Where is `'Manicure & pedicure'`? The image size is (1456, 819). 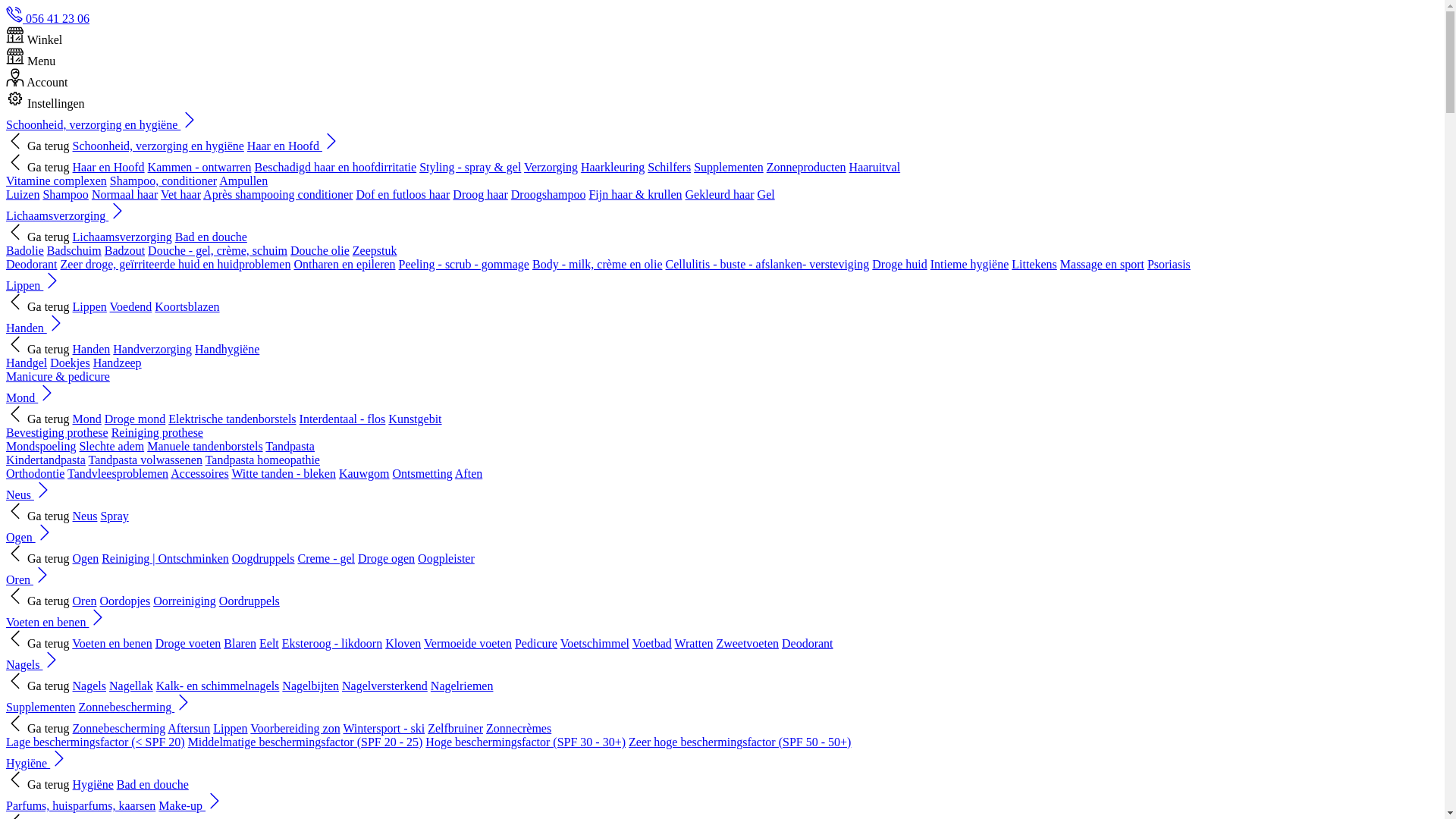 'Manicure & pedicure' is located at coordinates (58, 375).